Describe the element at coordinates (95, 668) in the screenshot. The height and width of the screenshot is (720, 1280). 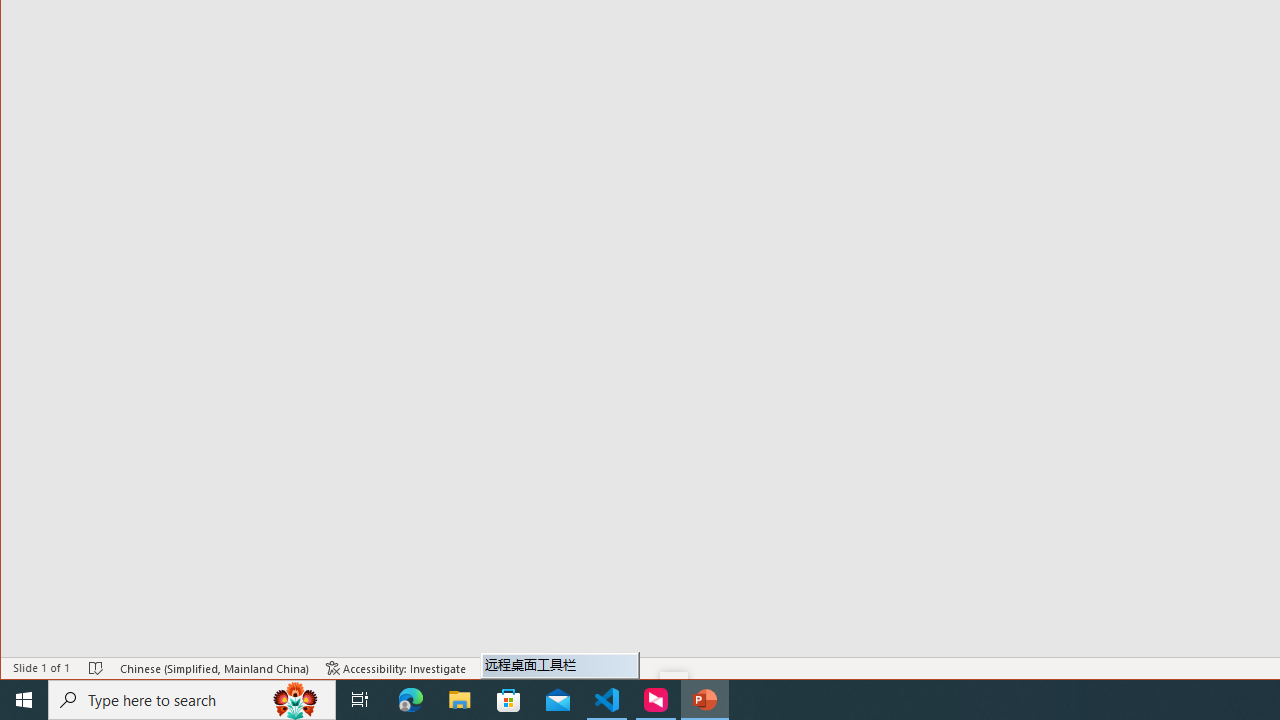
I see `'Spell Check No Errors'` at that location.